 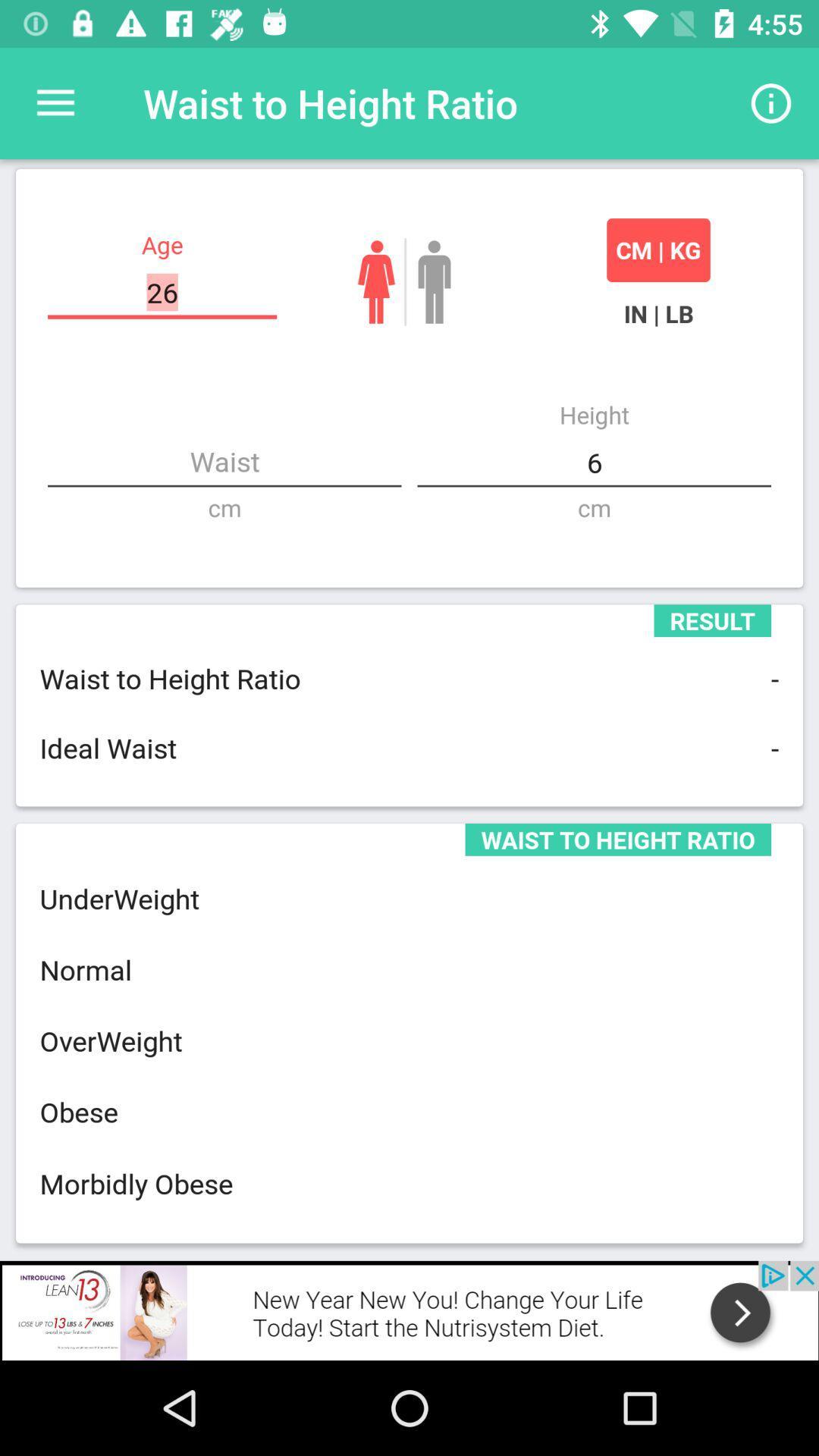 What do you see at coordinates (409, 1310) in the screenshot?
I see `advertisement` at bounding box center [409, 1310].